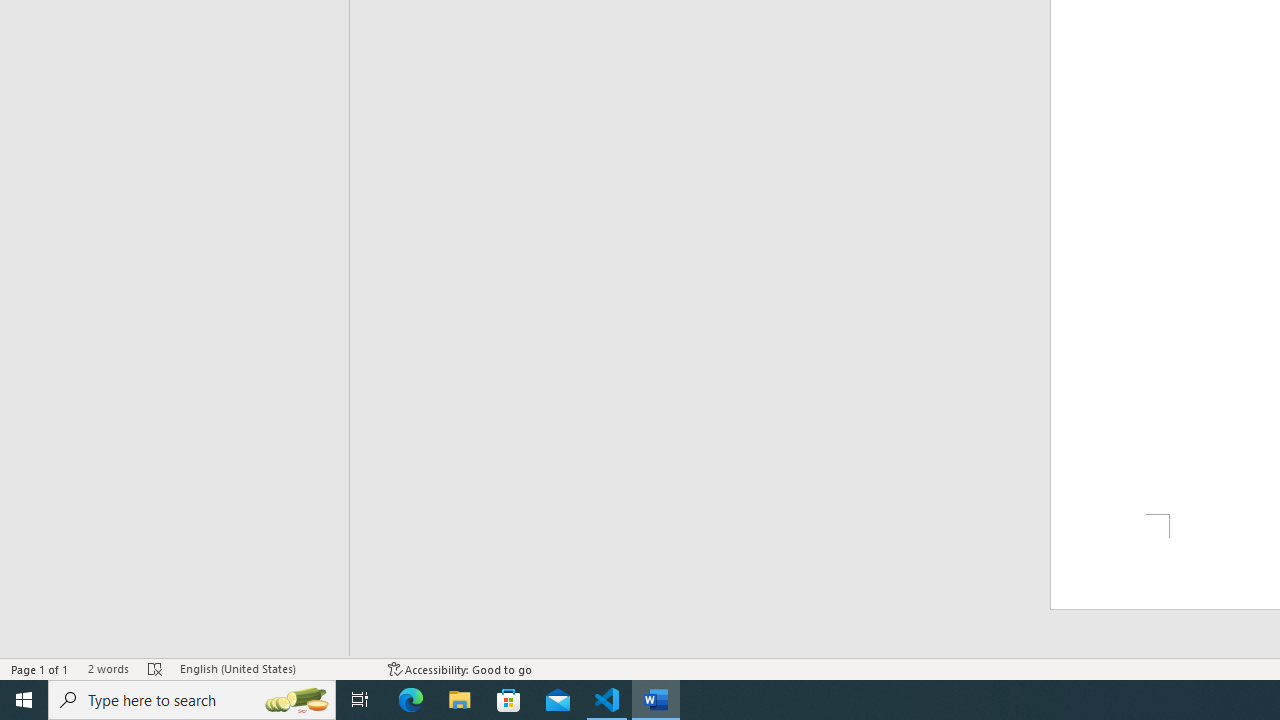 The height and width of the screenshot is (720, 1280). Describe the element at coordinates (459, 669) in the screenshot. I see `'Accessibility Checker Accessibility: Good to go'` at that location.